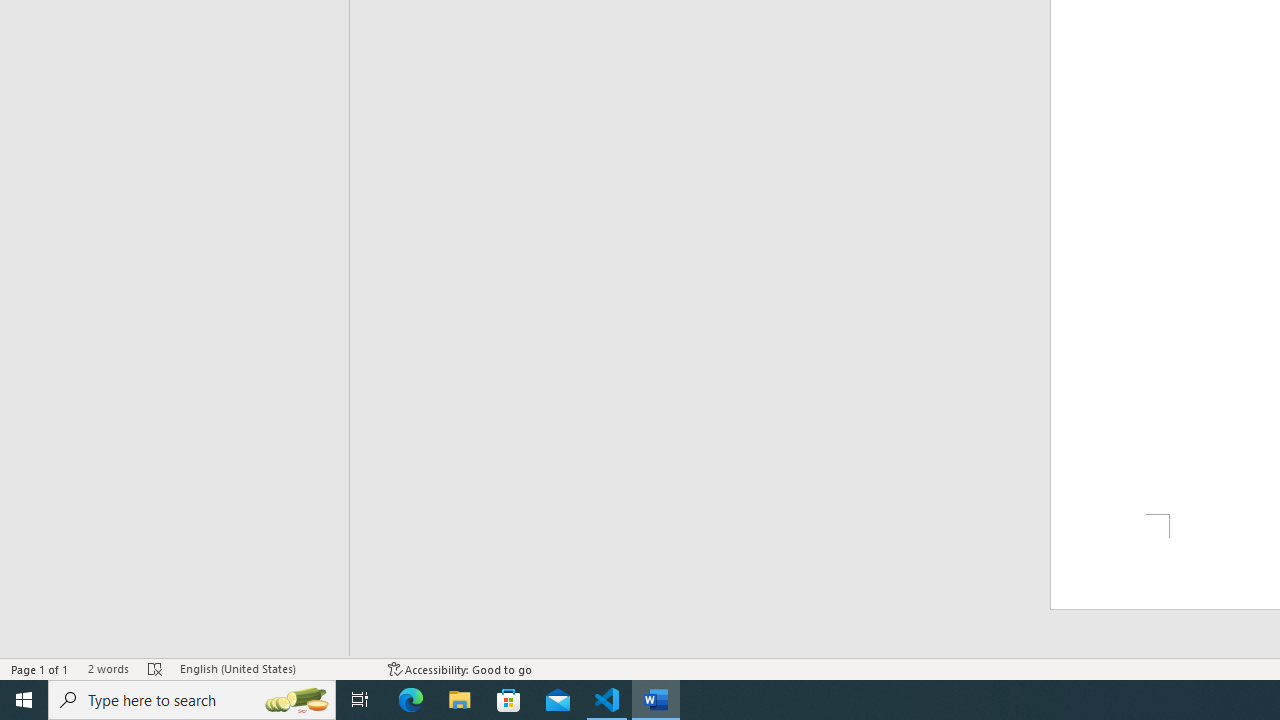 The height and width of the screenshot is (720, 1280). Describe the element at coordinates (459, 669) in the screenshot. I see `'Accessibility Checker Accessibility: Good to go'` at that location.